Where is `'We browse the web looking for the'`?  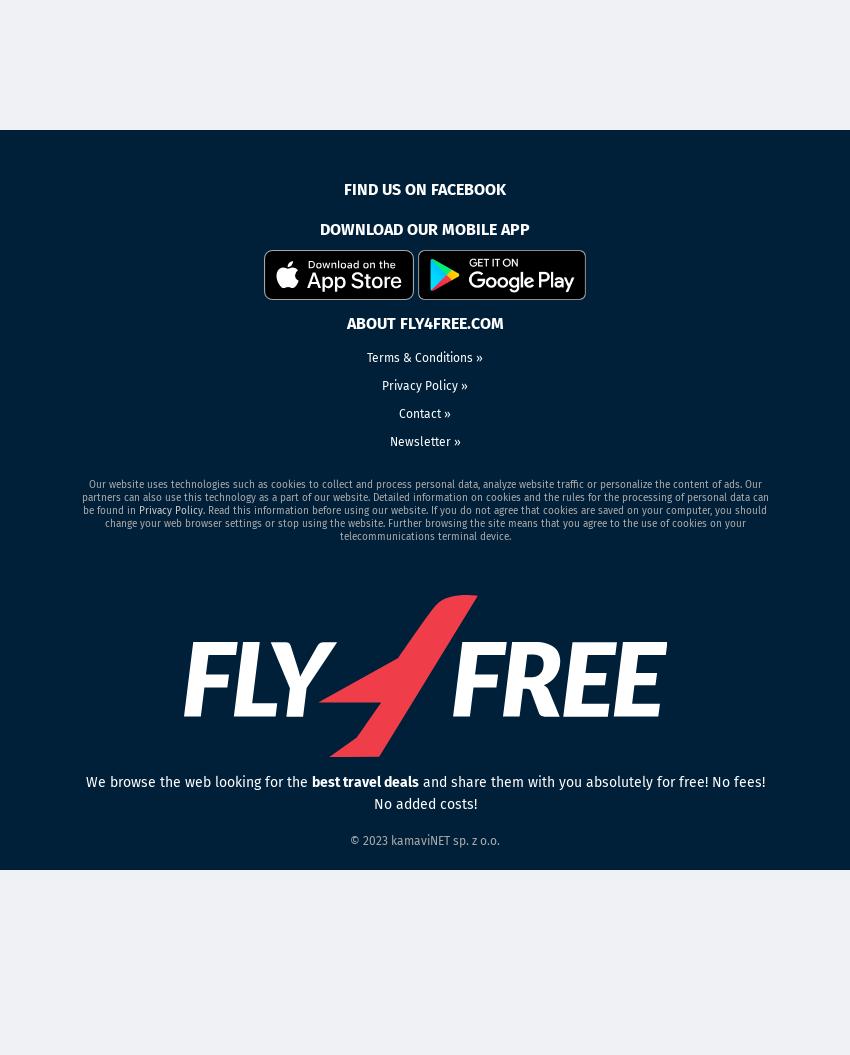 'We browse the web looking for the' is located at coordinates (196, 781).